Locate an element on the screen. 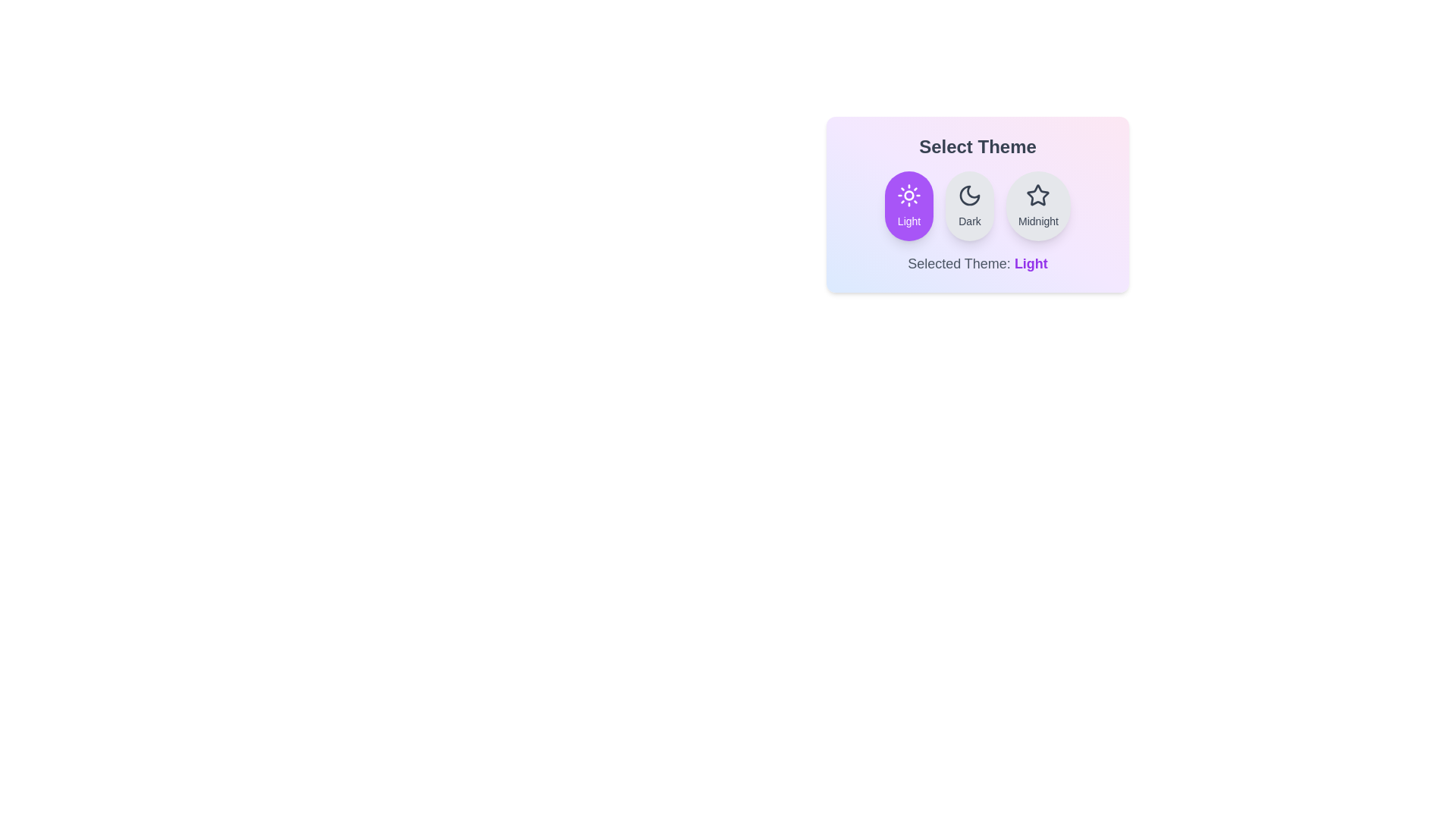 This screenshot has height=819, width=1456. the theme button corresponding to the desired theme: Light is located at coordinates (909, 206).